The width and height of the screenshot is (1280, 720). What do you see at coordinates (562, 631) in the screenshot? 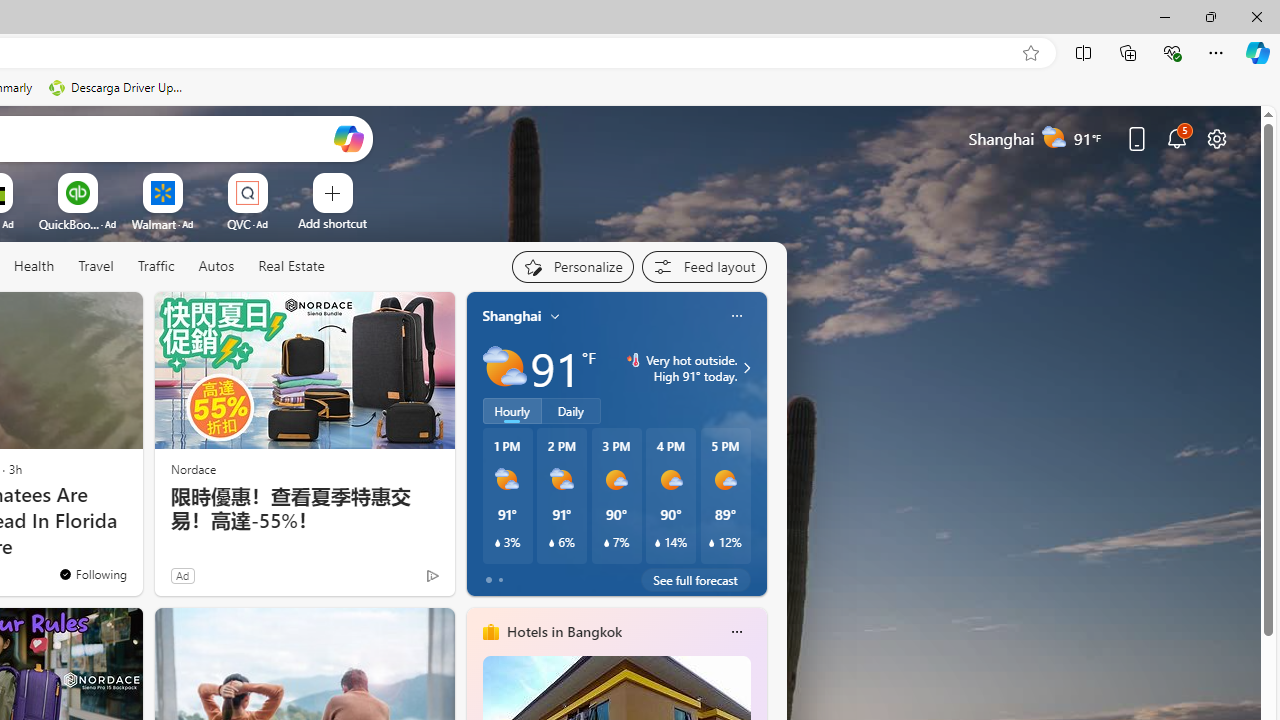
I see `'Hotels in Bangkok'` at bounding box center [562, 631].